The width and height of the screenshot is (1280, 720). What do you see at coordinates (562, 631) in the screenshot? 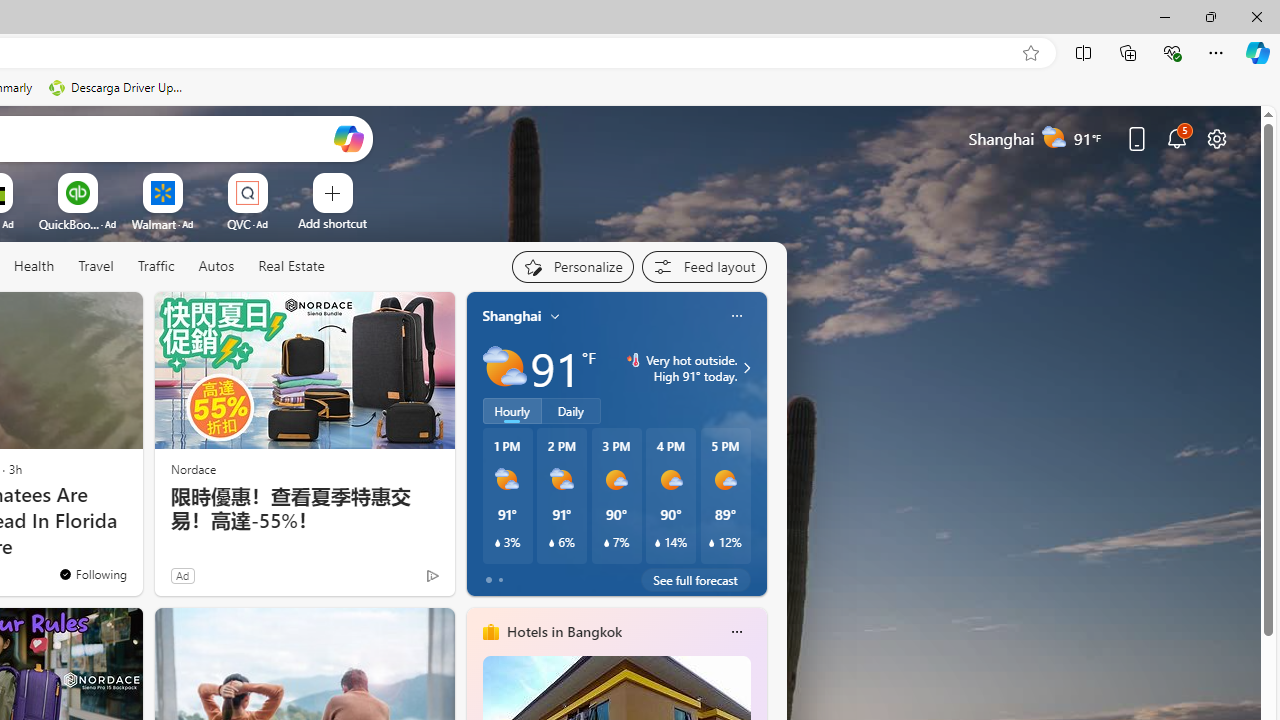
I see `'Hotels in Bangkok'` at bounding box center [562, 631].